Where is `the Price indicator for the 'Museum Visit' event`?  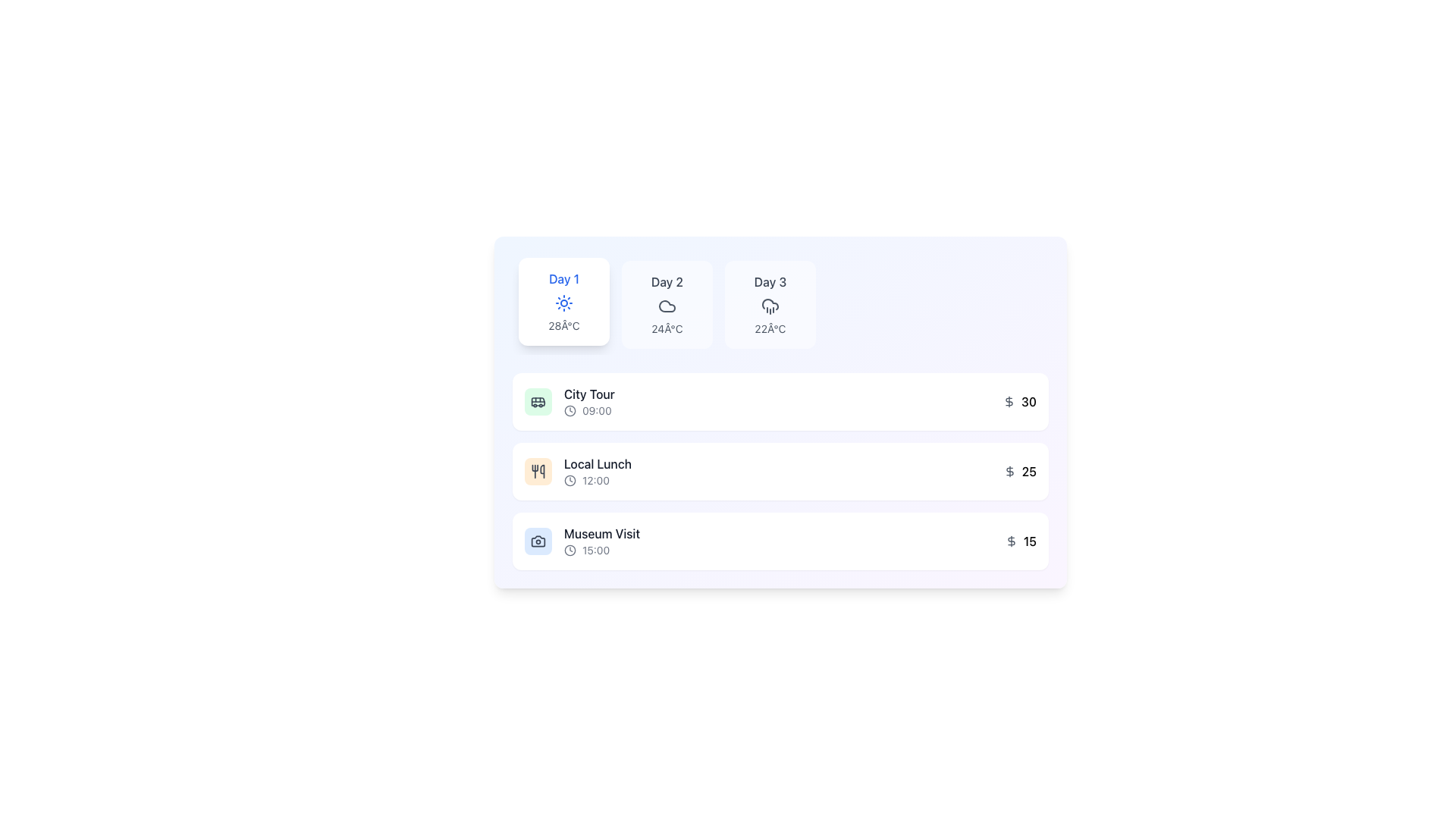 the Price indicator for the 'Museum Visit' event is located at coordinates (1021, 540).